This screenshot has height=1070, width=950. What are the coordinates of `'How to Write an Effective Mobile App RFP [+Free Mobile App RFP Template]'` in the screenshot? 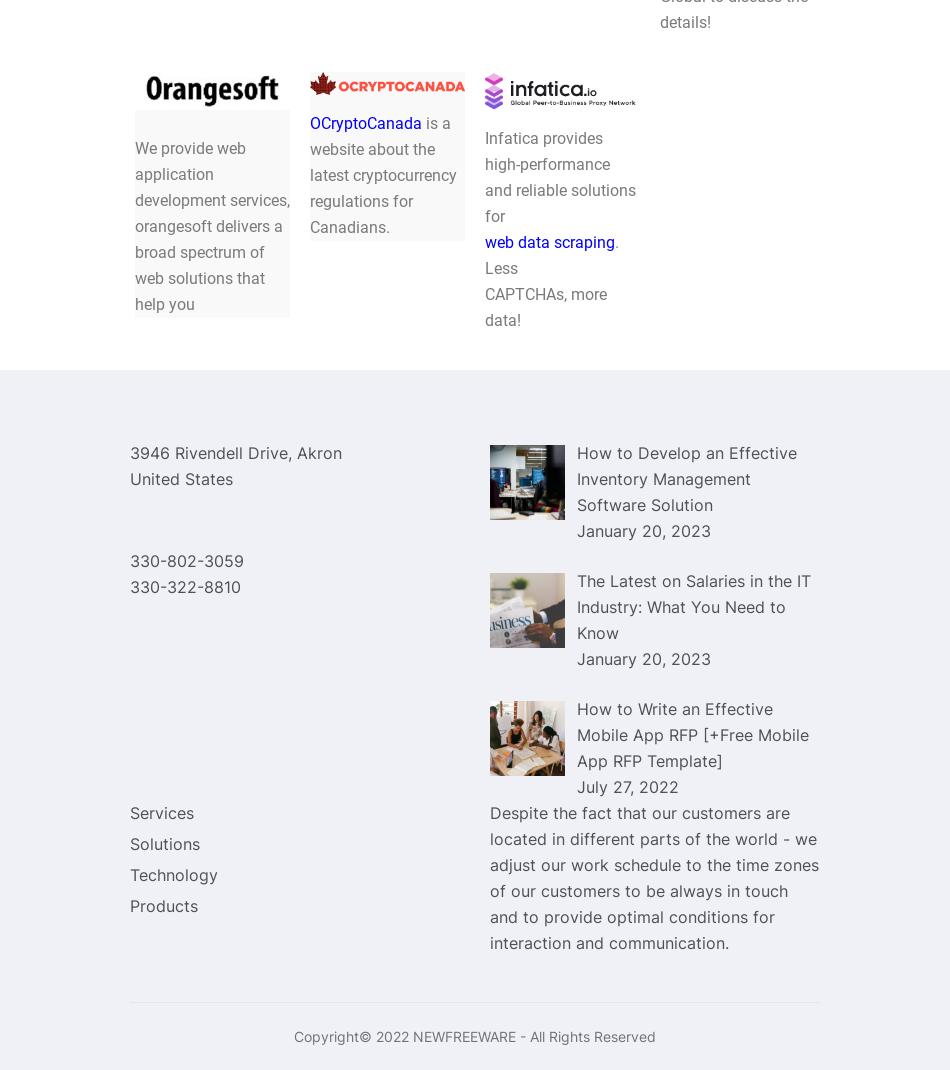 It's located at (693, 733).